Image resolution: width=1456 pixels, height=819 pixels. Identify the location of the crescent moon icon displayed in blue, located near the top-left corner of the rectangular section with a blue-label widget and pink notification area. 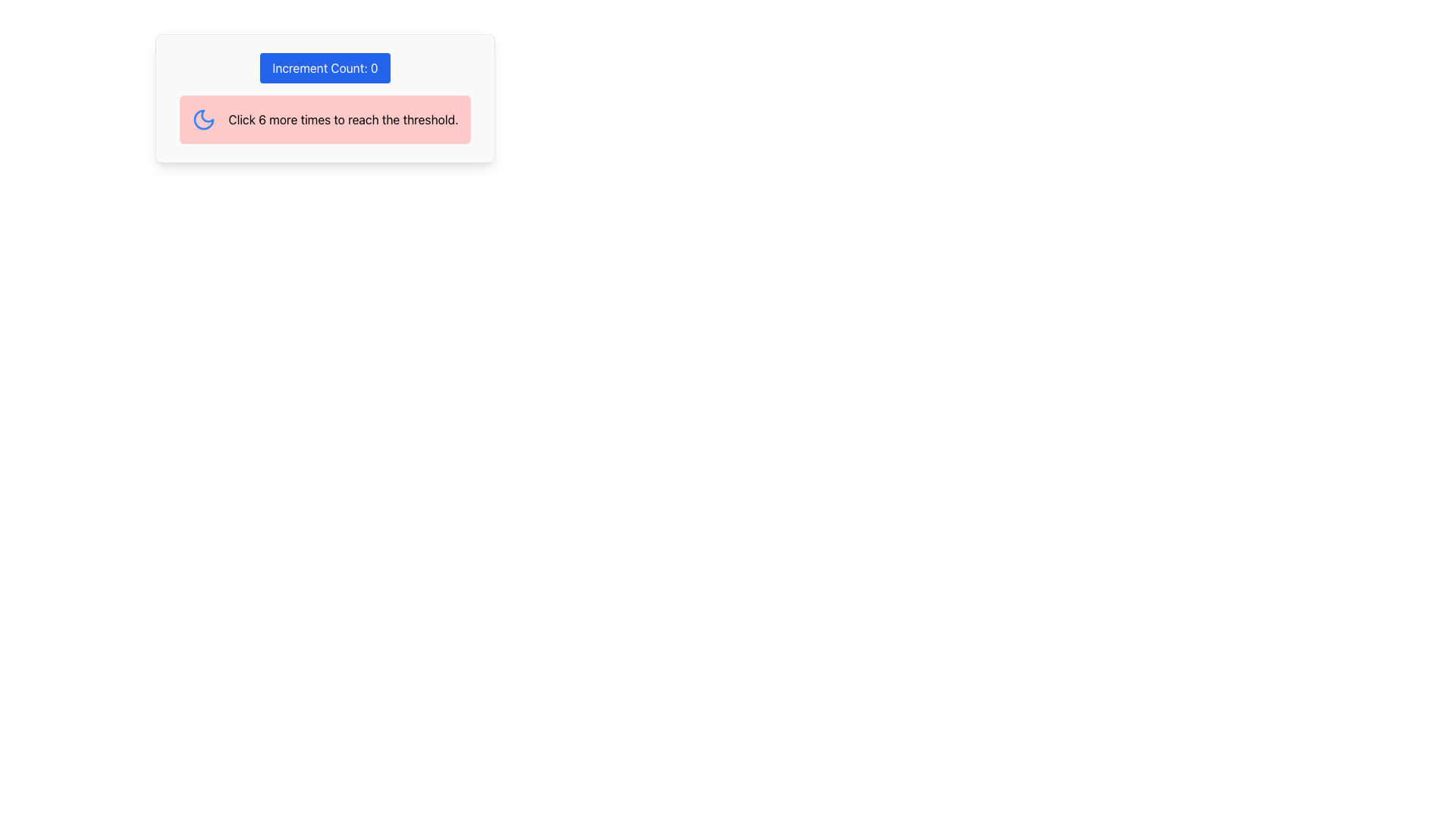
(203, 119).